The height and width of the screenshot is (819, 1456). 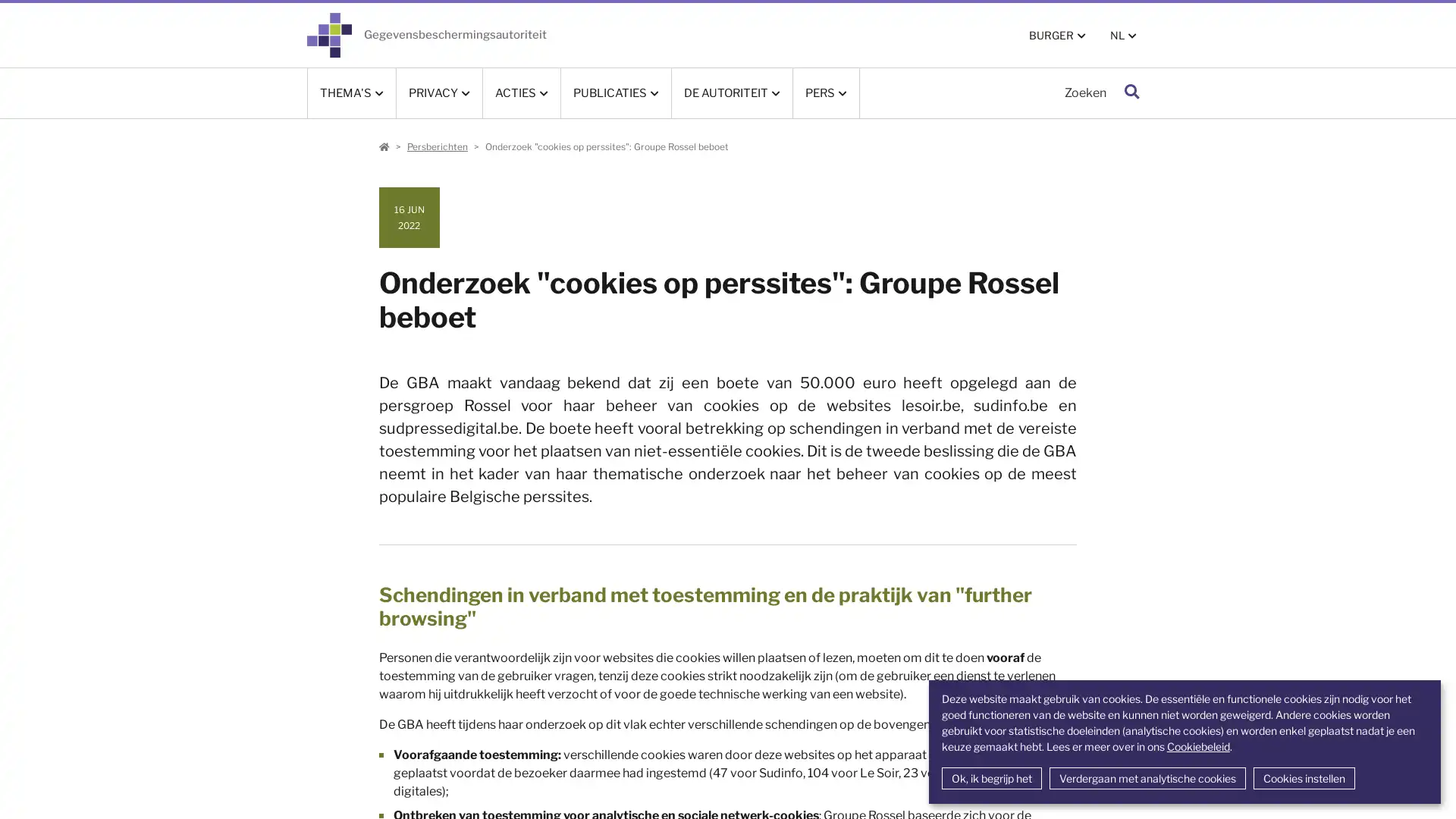 What do you see at coordinates (990, 778) in the screenshot?
I see `Ok, ik begrijp het` at bounding box center [990, 778].